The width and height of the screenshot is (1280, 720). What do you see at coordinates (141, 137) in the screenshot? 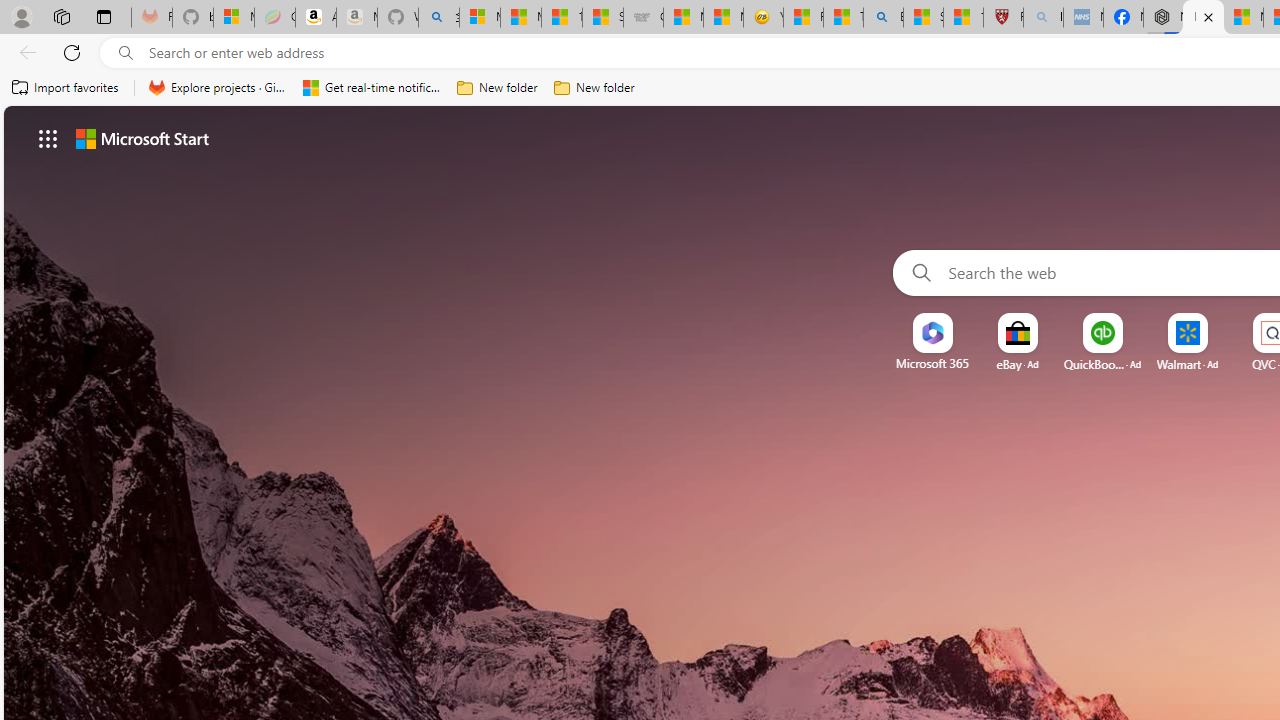
I see `'Microsoft start'` at bounding box center [141, 137].